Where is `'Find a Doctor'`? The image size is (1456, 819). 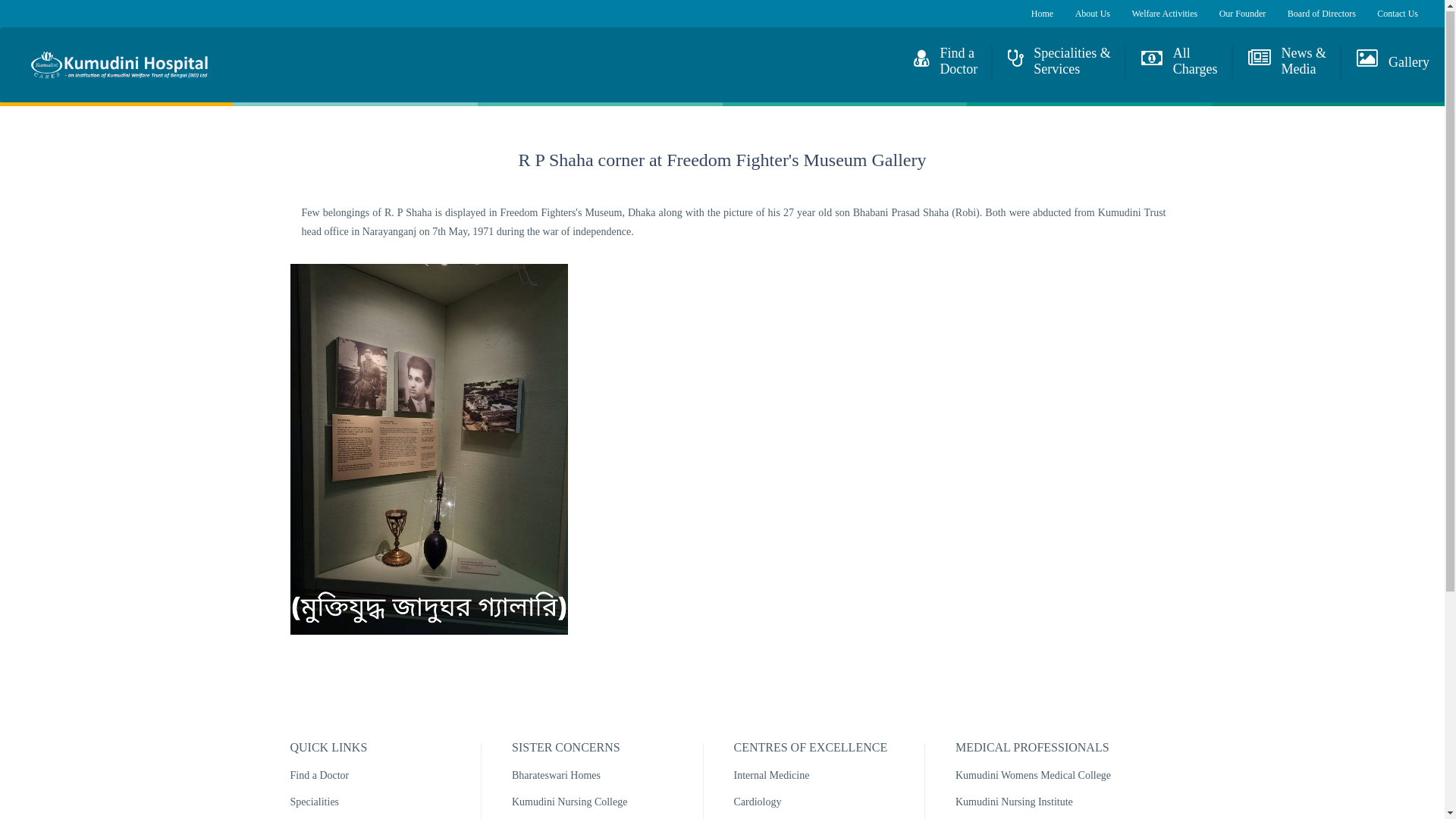
'Find a Doctor' is located at coordinates (318, 776).